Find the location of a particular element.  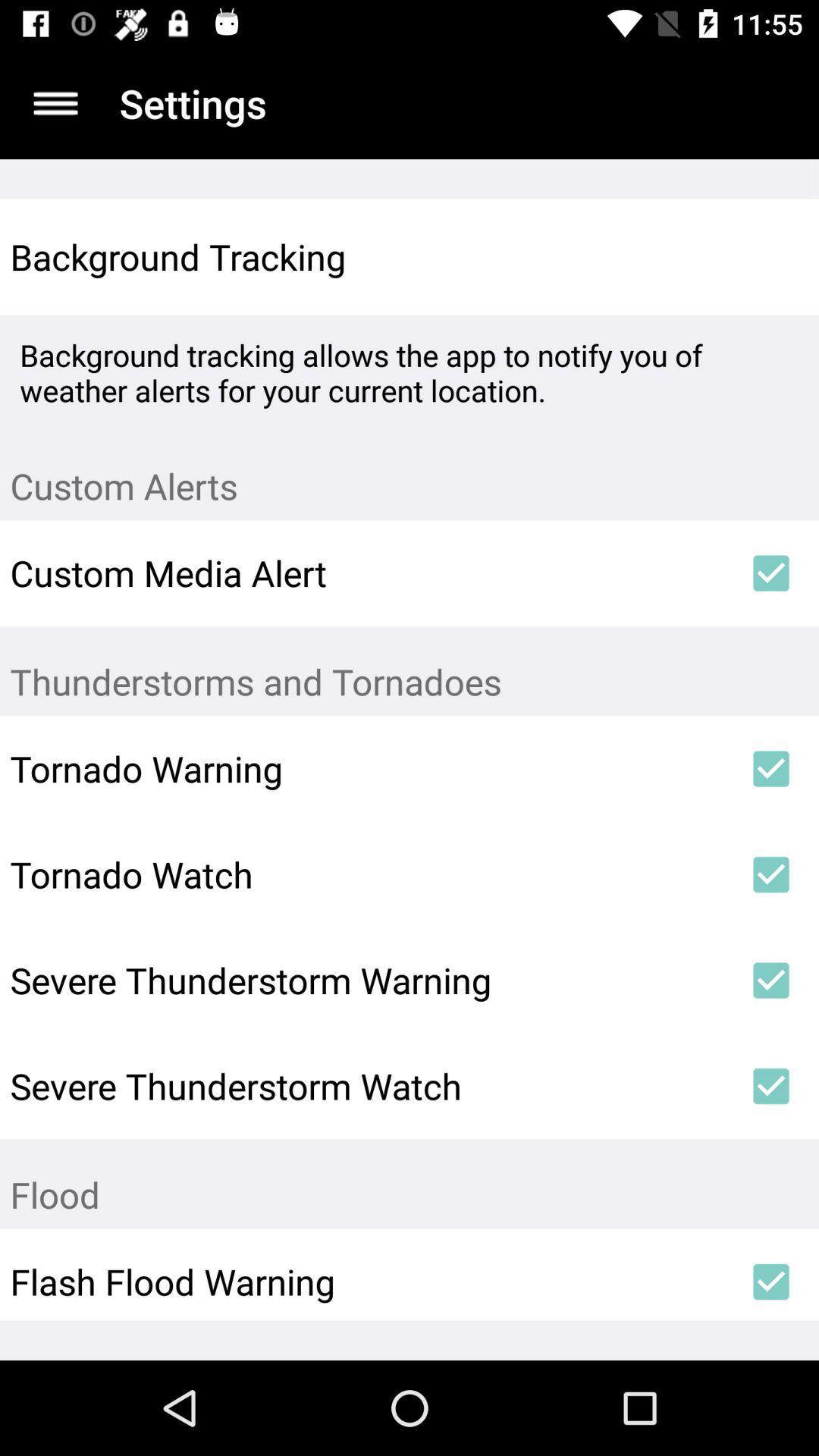

the menu icon is located at coordinates (55, 102).